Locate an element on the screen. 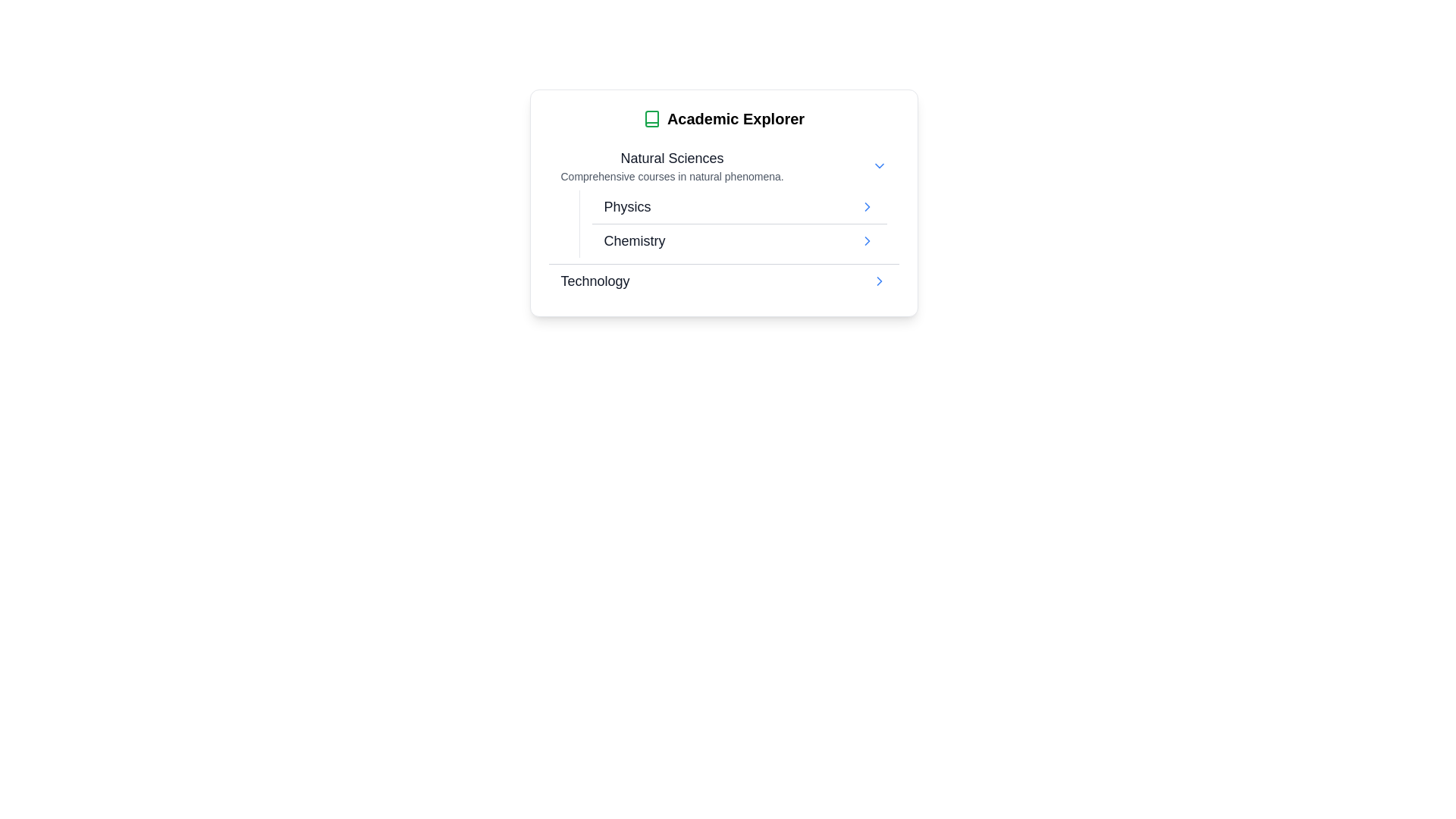  the second item in the Navigation menu under the 'Natural Sciences' category, which leads to the detailed view about 'Chemistry' is located at coordinates (739, 240).